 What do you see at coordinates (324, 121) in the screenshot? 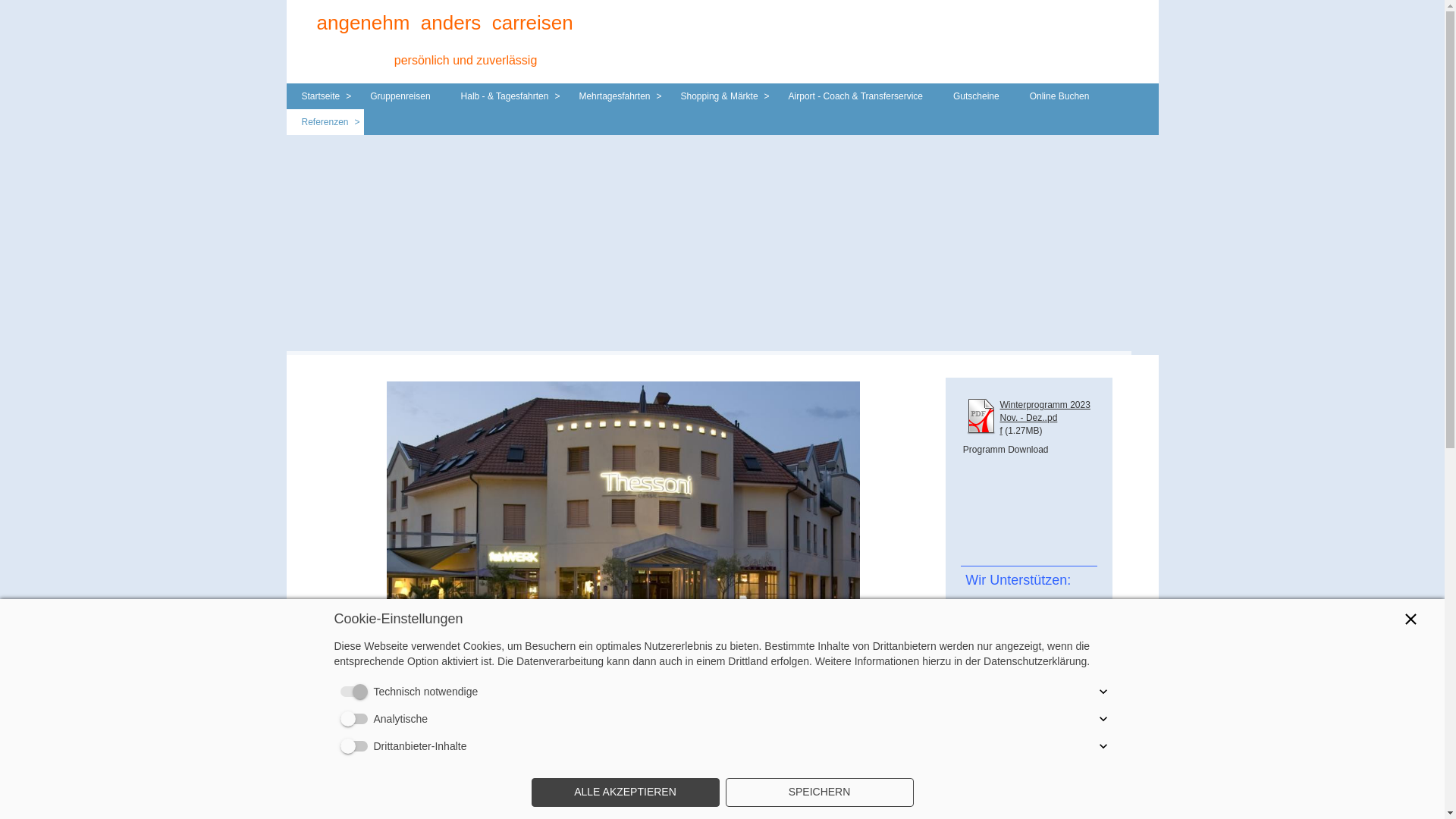
I see `'Referenzen'` at bounding box center [324, 121].